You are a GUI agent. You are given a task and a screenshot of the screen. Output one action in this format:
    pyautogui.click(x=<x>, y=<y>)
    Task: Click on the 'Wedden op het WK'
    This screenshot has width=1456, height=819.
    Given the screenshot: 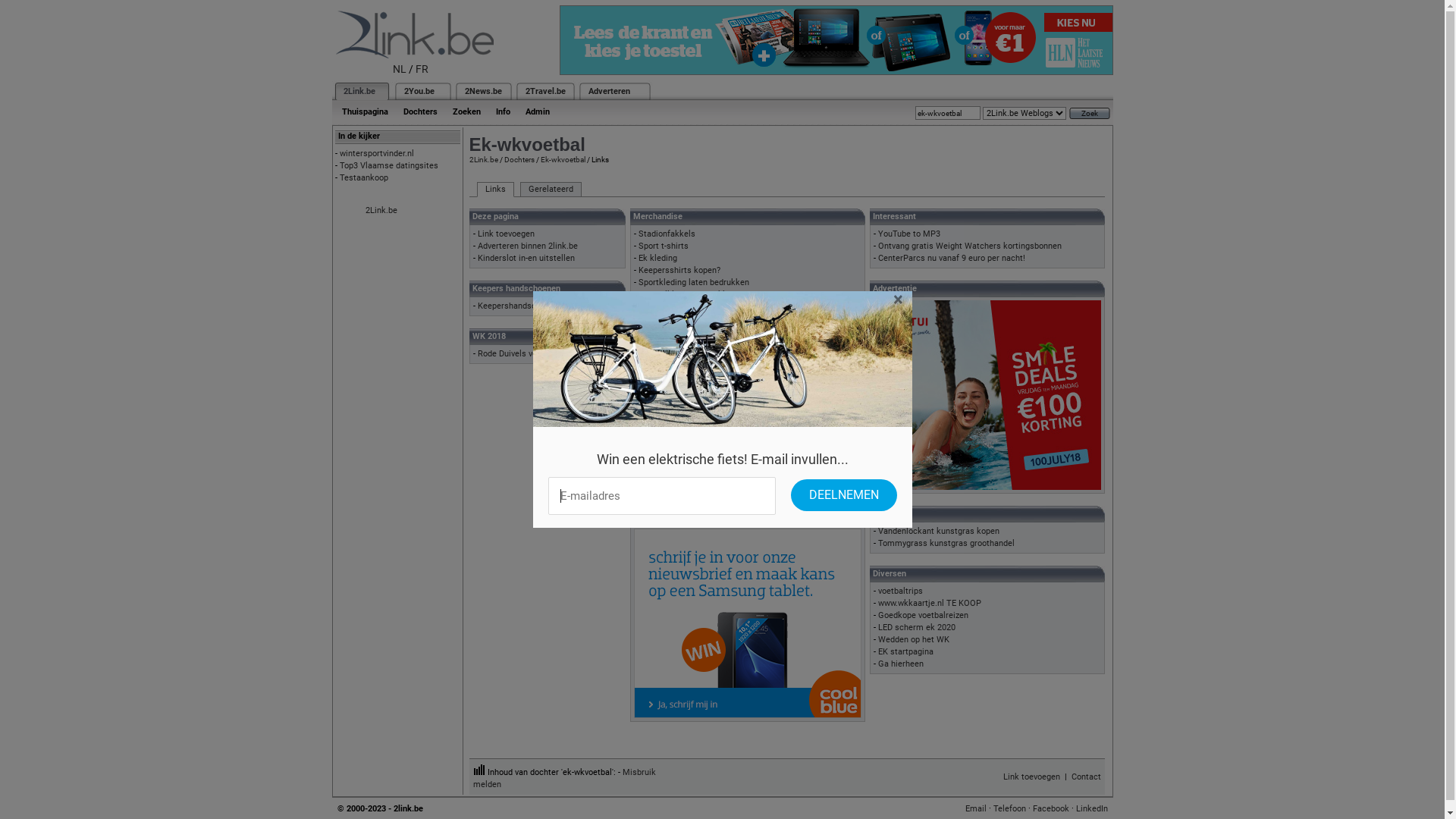 What is the action you would take?
    pyautogui.click(x=912, y=639)
    